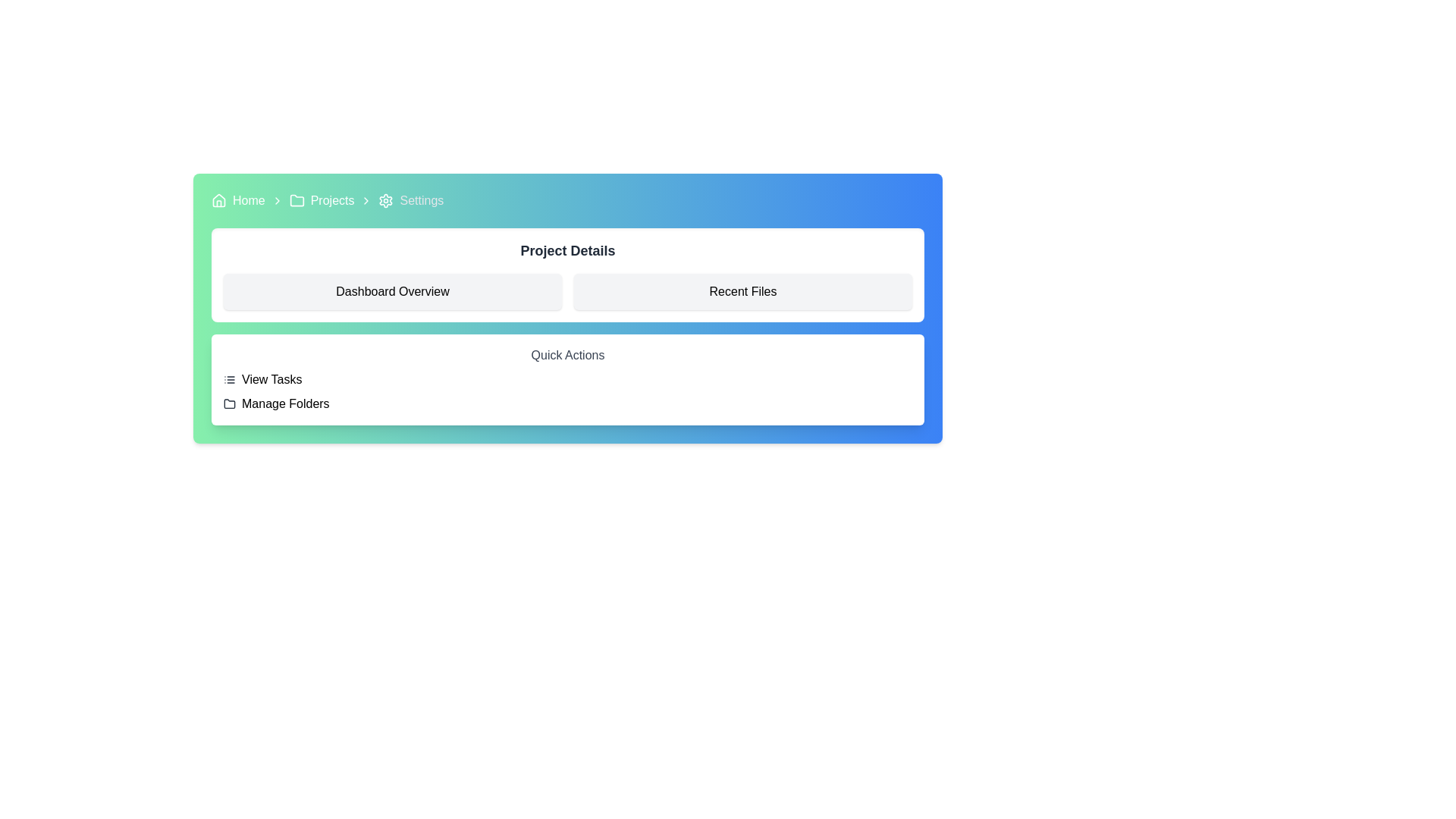  What do you see at coordinates (218, 199) in the screenshot?
I see `the house icon in the top left corner of the interface` at bounding box center [218, 199].